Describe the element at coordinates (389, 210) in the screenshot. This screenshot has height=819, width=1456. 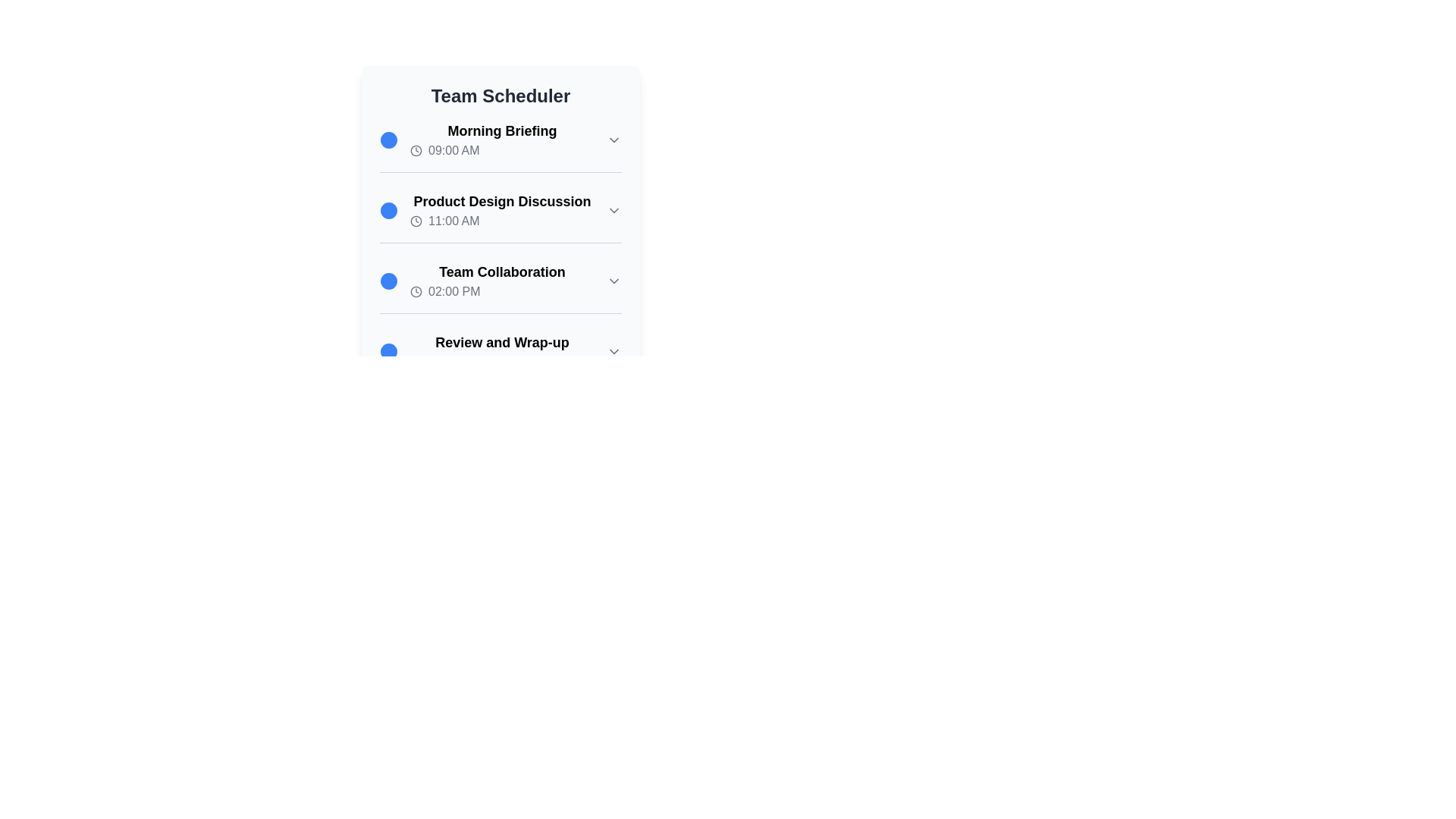
I see `the blue circular SVG element that serves as a visual marker in the 'Team Scheduler' section, located near the center of the second list item` at that location.